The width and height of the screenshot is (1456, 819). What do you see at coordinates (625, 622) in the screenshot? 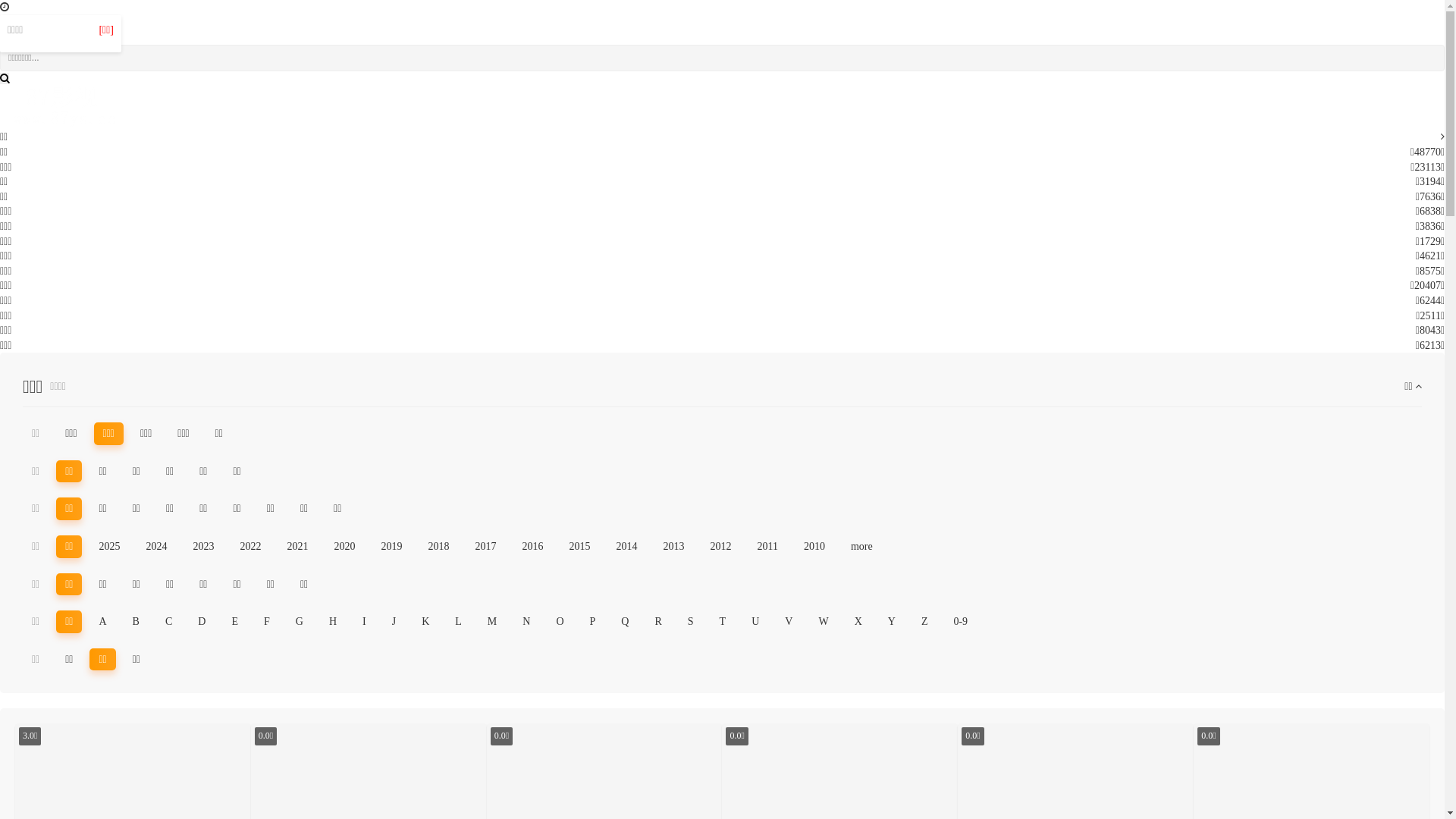
I see `'Q'` at bounding box center [625, 622].